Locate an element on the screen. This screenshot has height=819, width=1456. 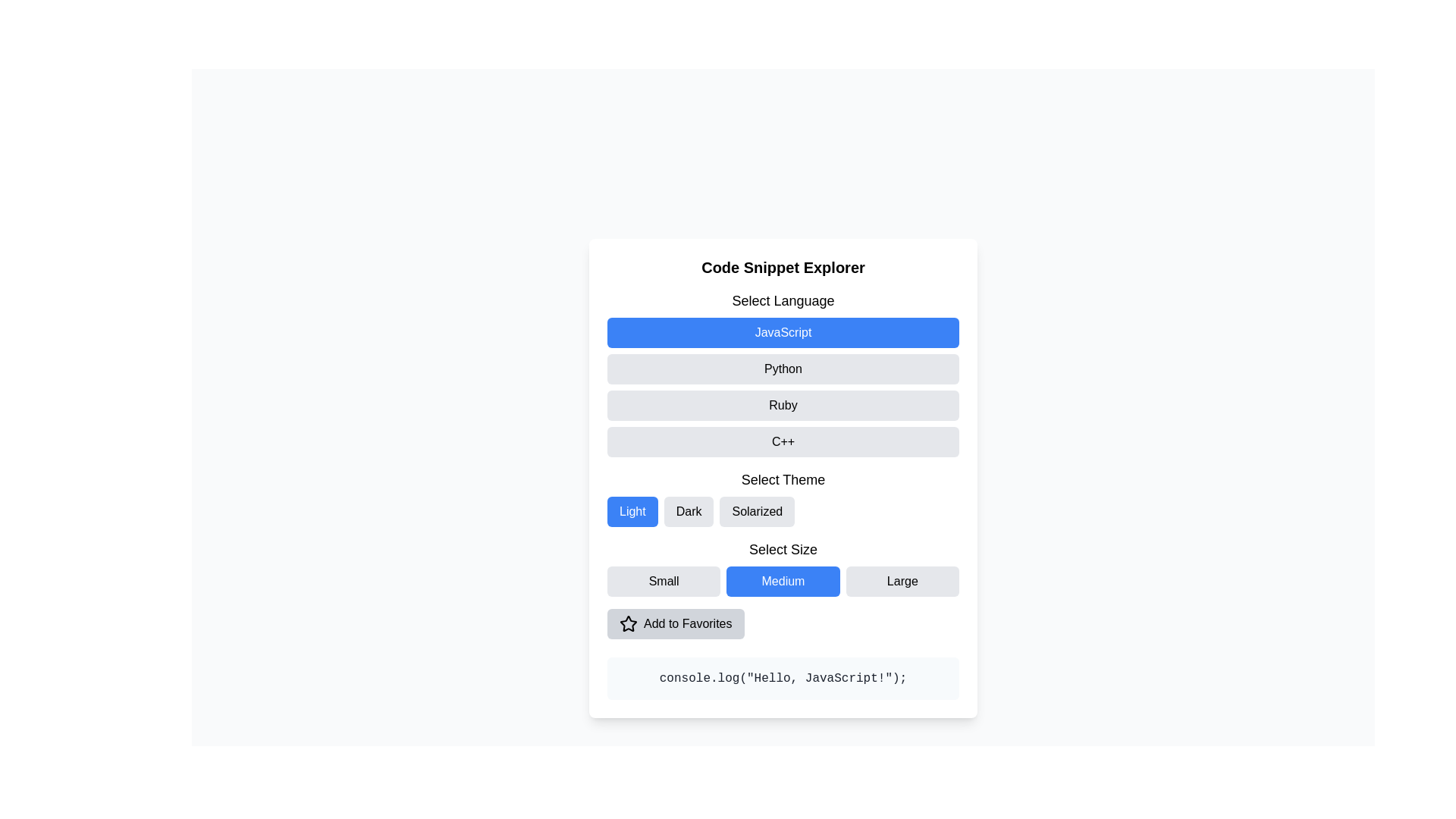
the 'Light' theme selection button, which is the first button in the 'Select Theme' group is located at coordinates (632, 512).